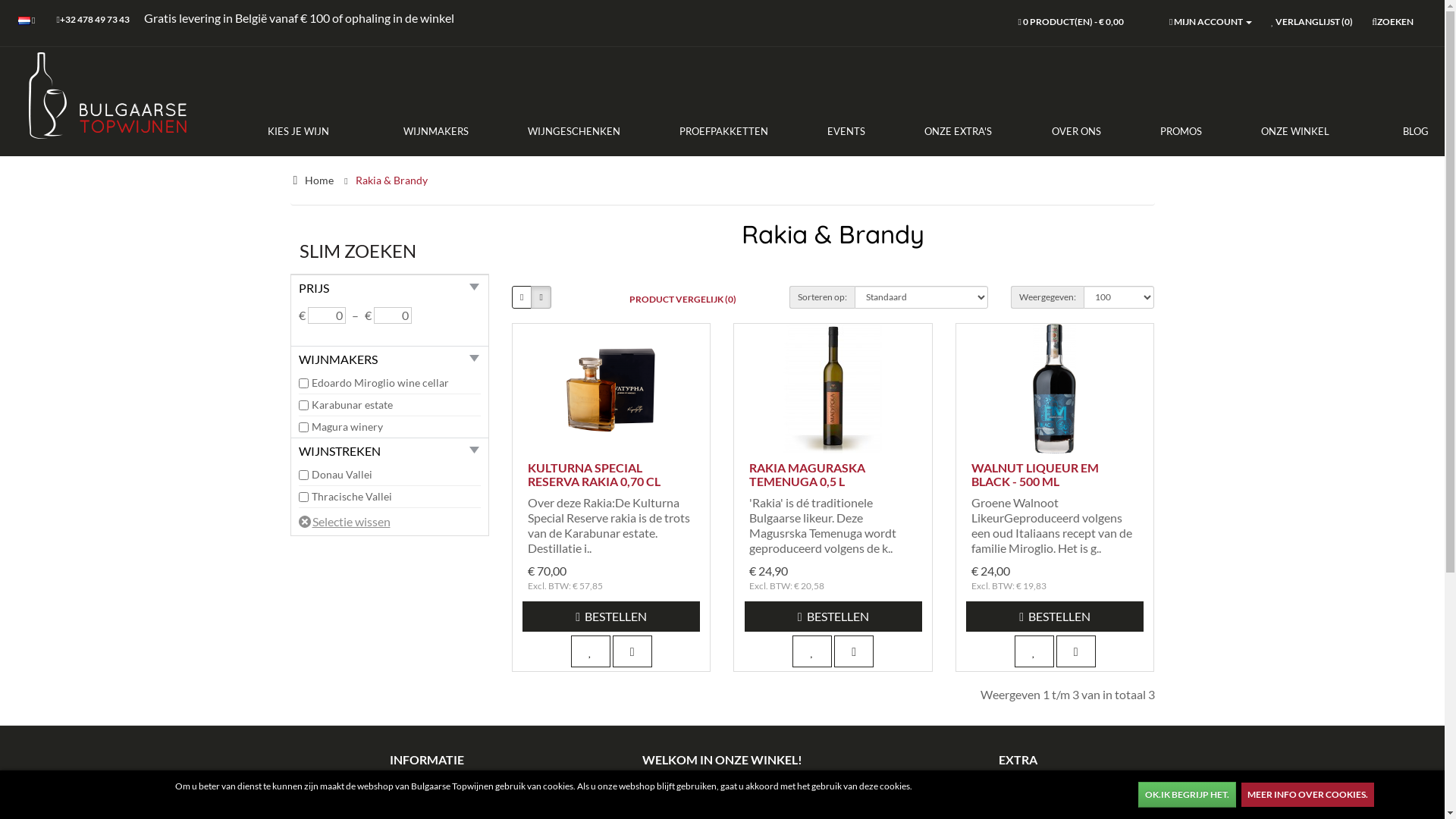  Describe the element at coordinates (1075, 130) in the screenshot. I see `'OVER ONS'` at that location.